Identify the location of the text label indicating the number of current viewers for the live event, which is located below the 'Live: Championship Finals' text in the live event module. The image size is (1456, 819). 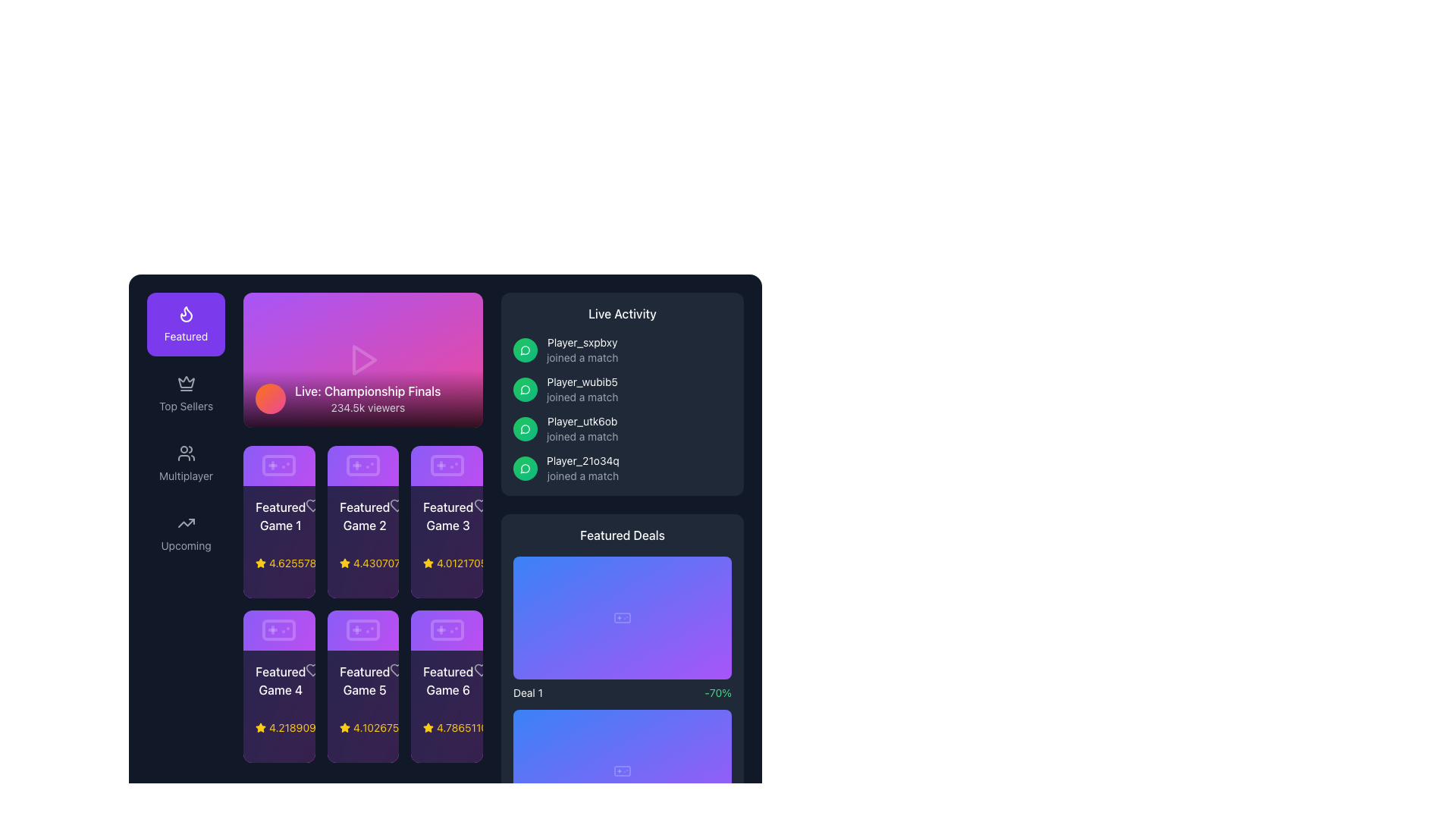
(368, 406).